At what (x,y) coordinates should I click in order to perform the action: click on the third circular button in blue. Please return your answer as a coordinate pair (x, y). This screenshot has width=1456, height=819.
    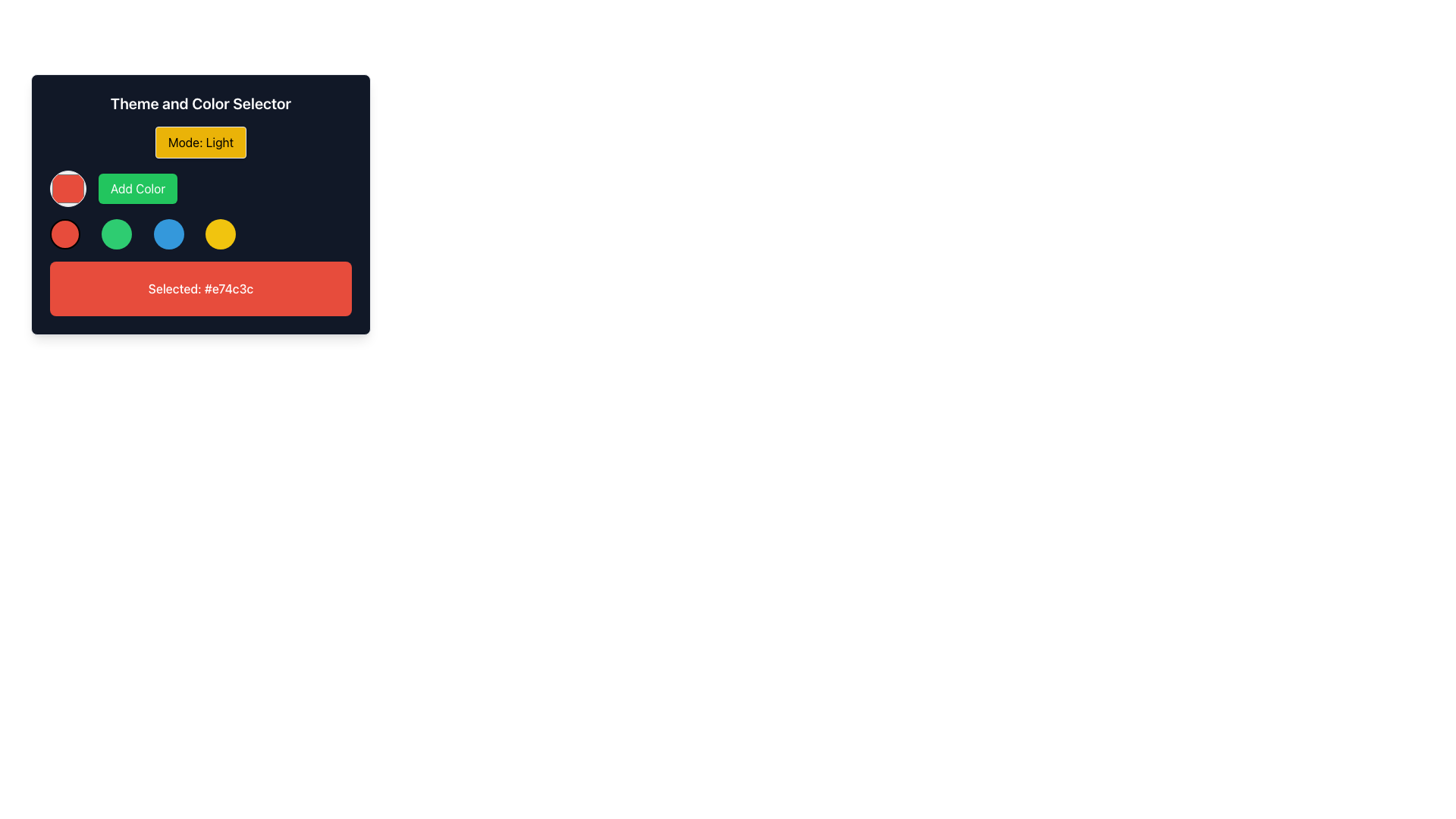
    Looking at the image, I should click on (168, 234).